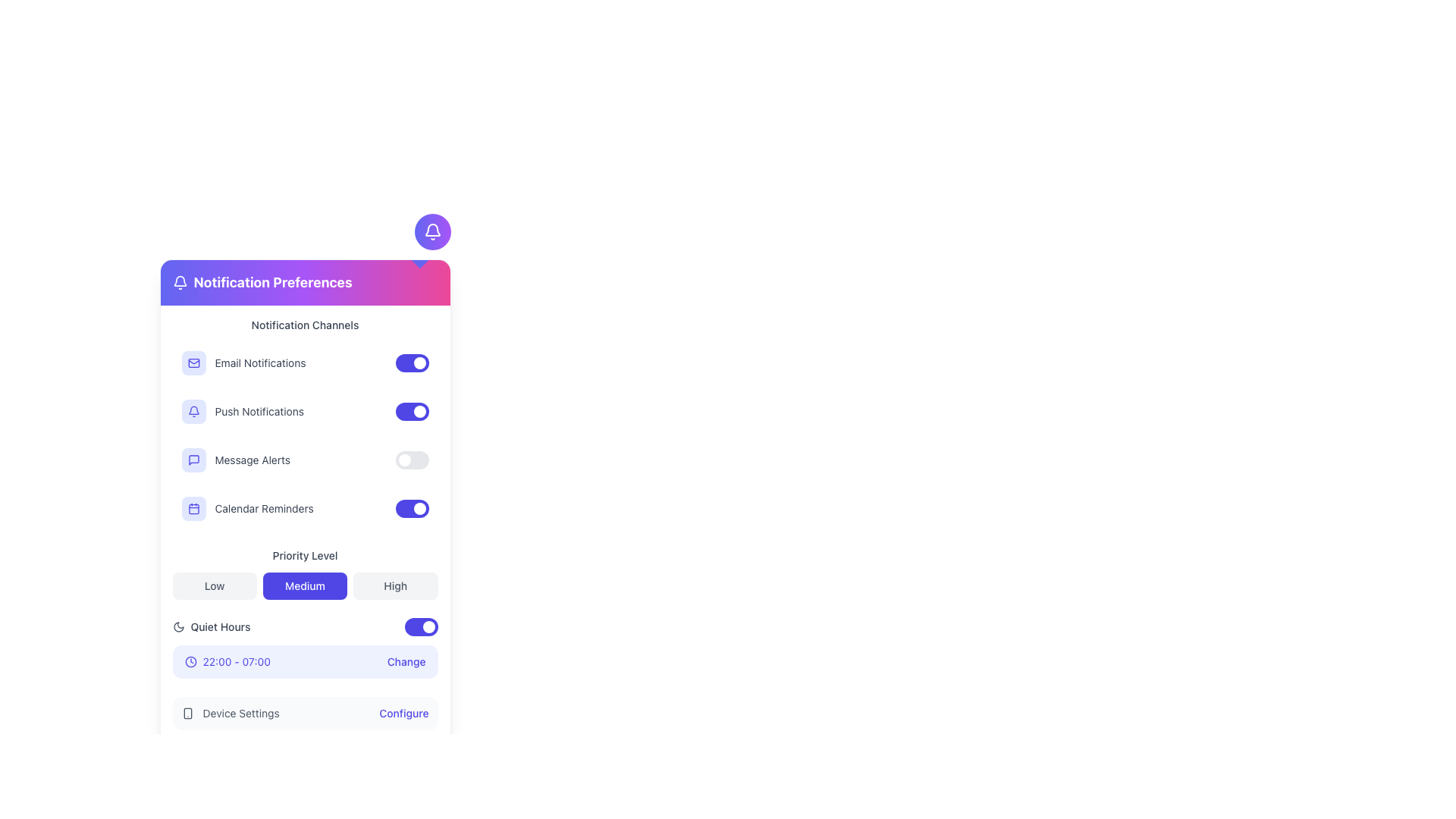 Image resolution: width=1456 pixels, height=819 pixels. What do you see at coordinates (178, 626) in the screenshot?
I see `the crescent moon icon, which is styled with thin gray outlined strokes and located near the top-right corner above the 'Notification Preferences' header` at bounding box center [178, 626].